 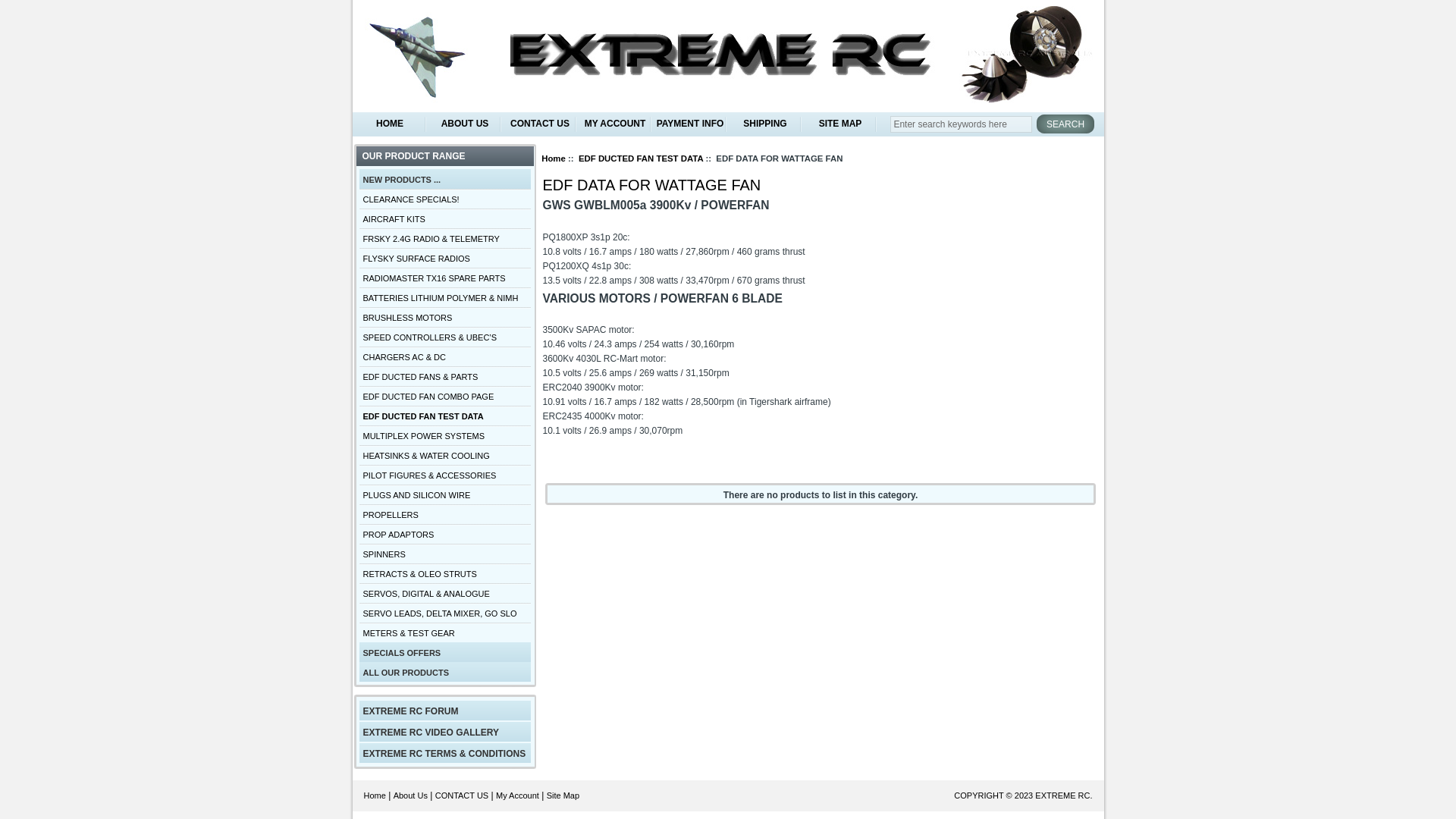 I want to click on 'PILOT FIGURES & ACCESSORIES', so click(x=444, y=473).